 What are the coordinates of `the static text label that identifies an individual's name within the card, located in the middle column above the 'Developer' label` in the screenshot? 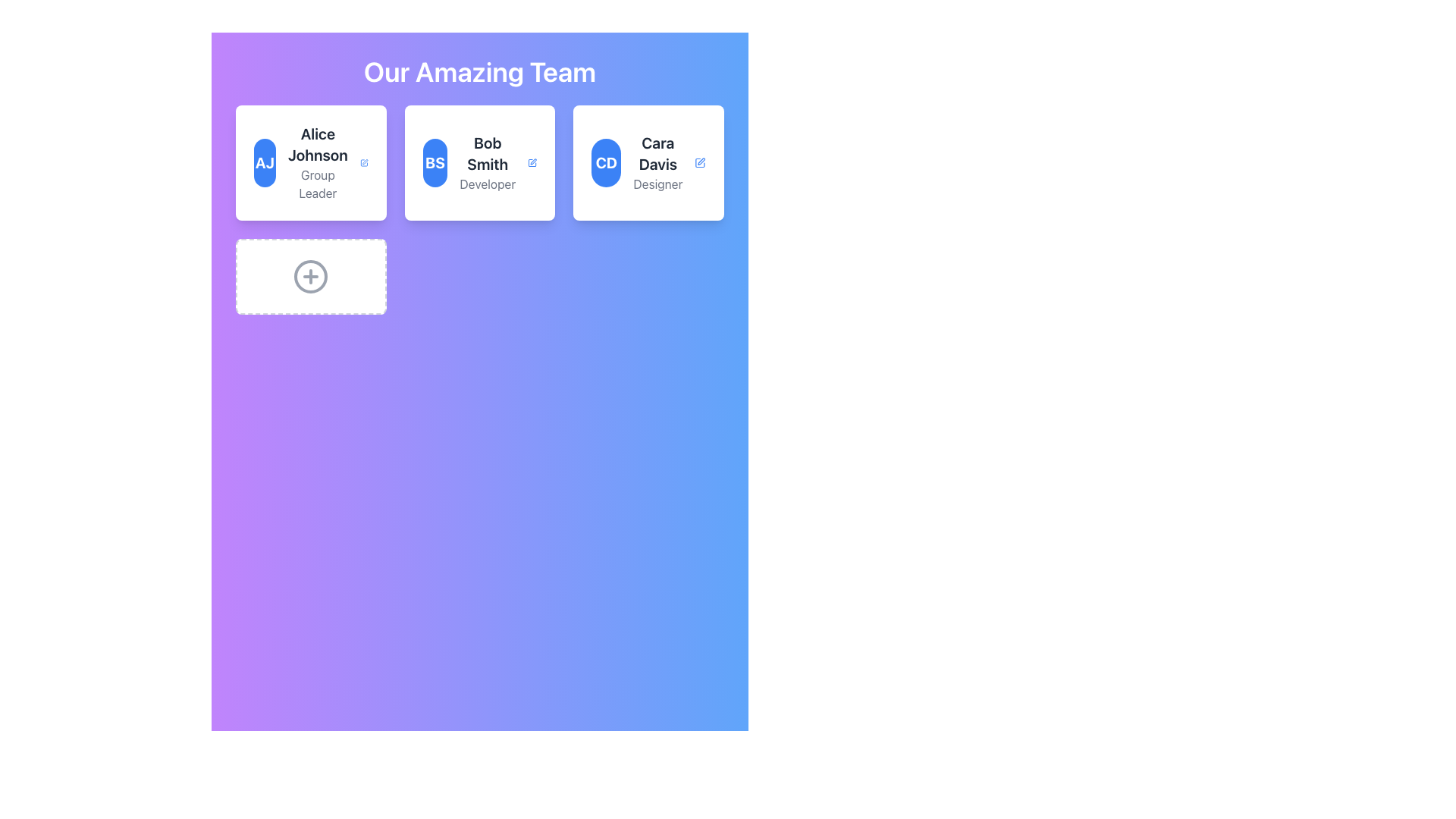 It's located at (488, 154).